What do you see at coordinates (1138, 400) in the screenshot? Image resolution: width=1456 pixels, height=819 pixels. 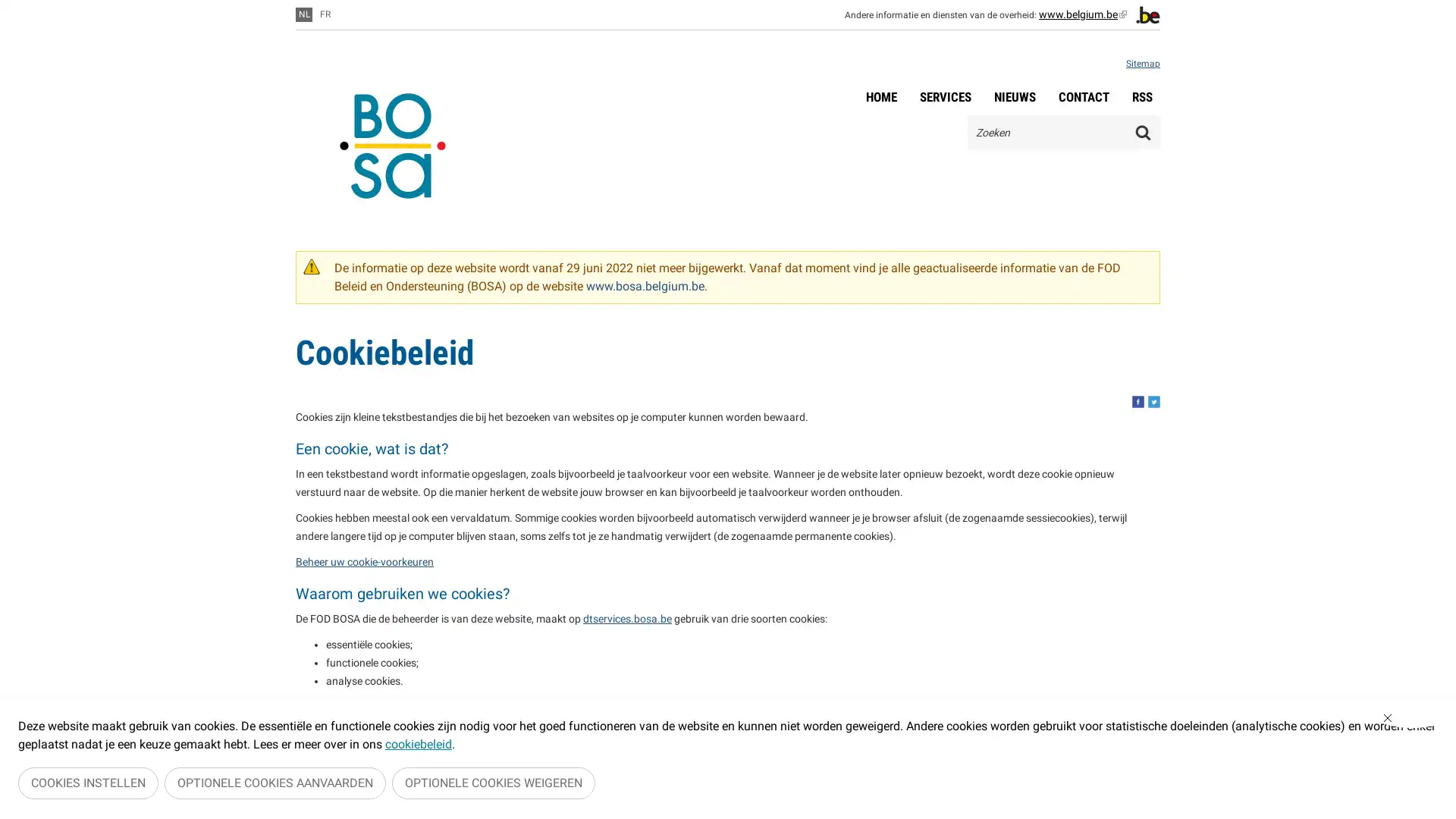 I see `Share this, facebook. This button opens a new window` at bounding box center [1138, 400].